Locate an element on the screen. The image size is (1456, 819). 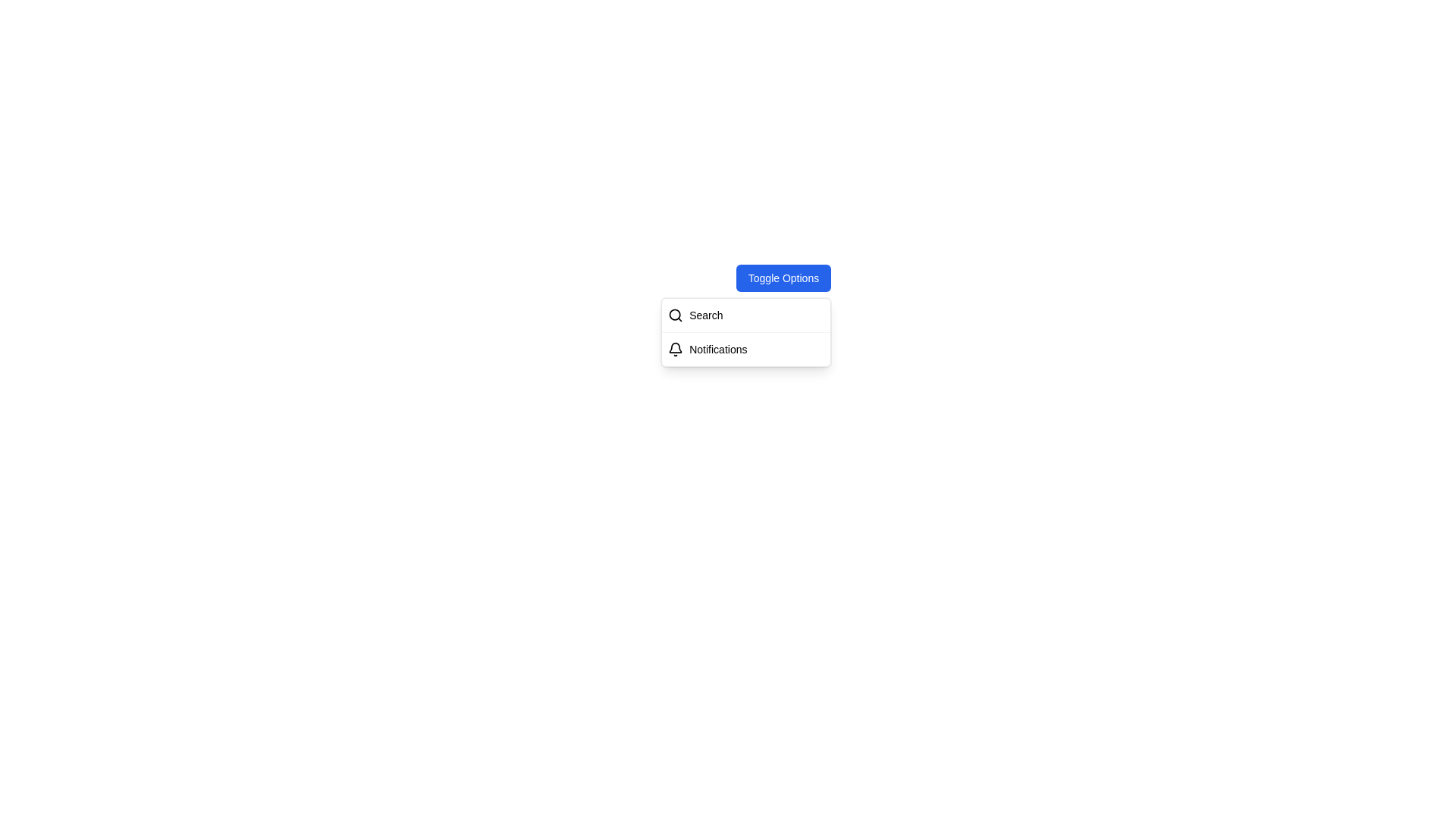
the 'Search' text label located in the dropdown menu, which describes the functionality of the associated search icon is located at coordinates (705, 315).